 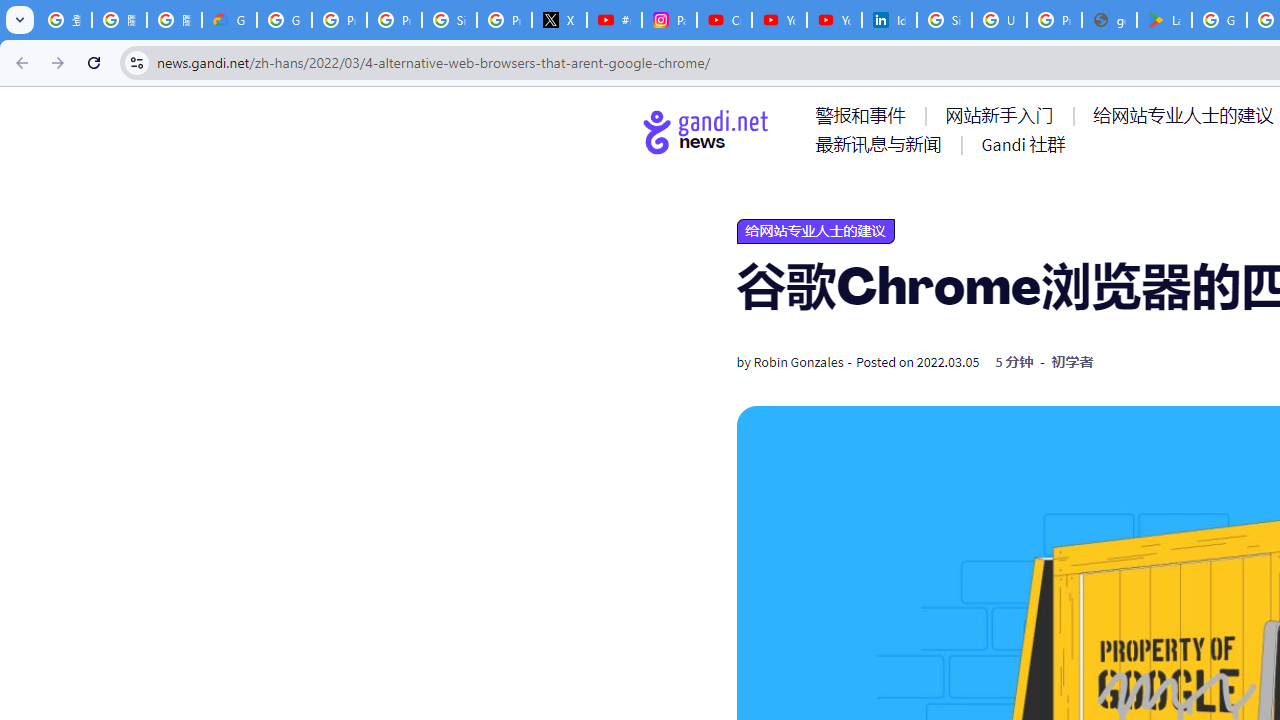 I want to click on 'Sign in - Google Accounts', so click(x=943, y=20).